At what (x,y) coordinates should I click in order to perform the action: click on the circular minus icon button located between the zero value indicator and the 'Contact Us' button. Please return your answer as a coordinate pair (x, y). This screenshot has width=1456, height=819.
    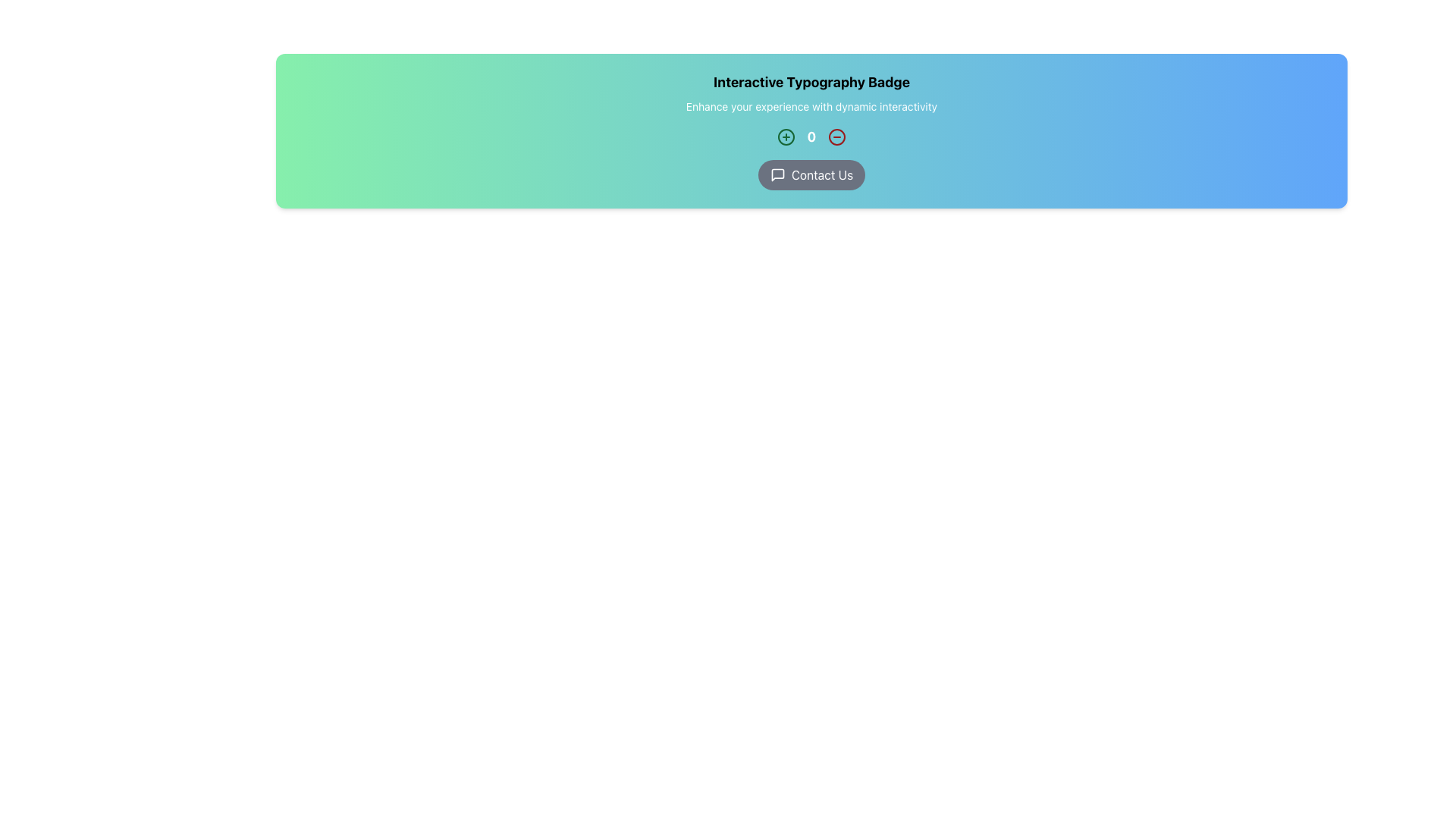
    Looking at the image, I should click on (836, 137).